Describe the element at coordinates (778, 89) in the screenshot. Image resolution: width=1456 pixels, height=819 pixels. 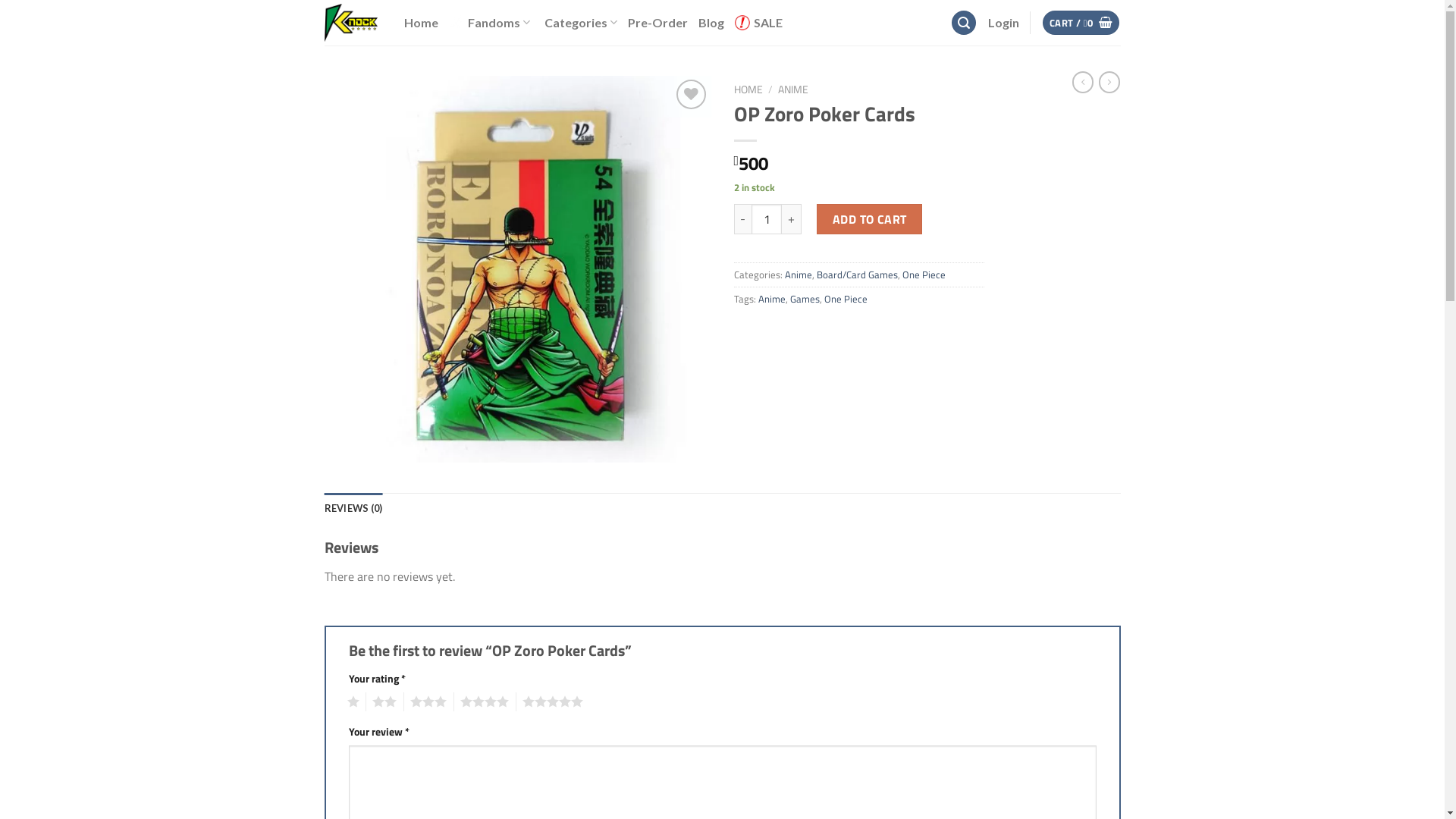
I see `'ANIME'` at that location.